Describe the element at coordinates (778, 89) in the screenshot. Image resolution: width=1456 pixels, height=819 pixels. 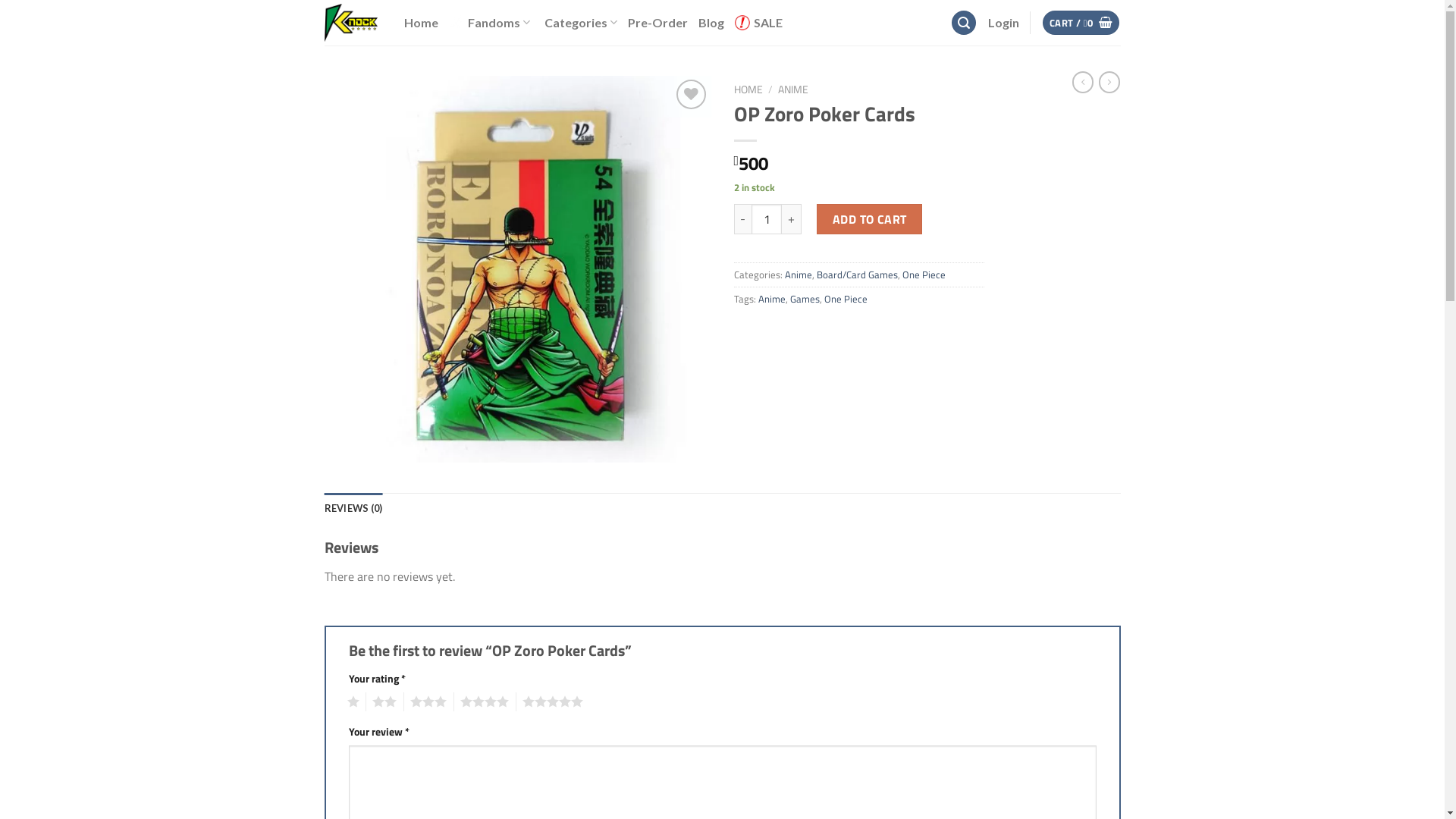
I see `'ANIME'` at that location.